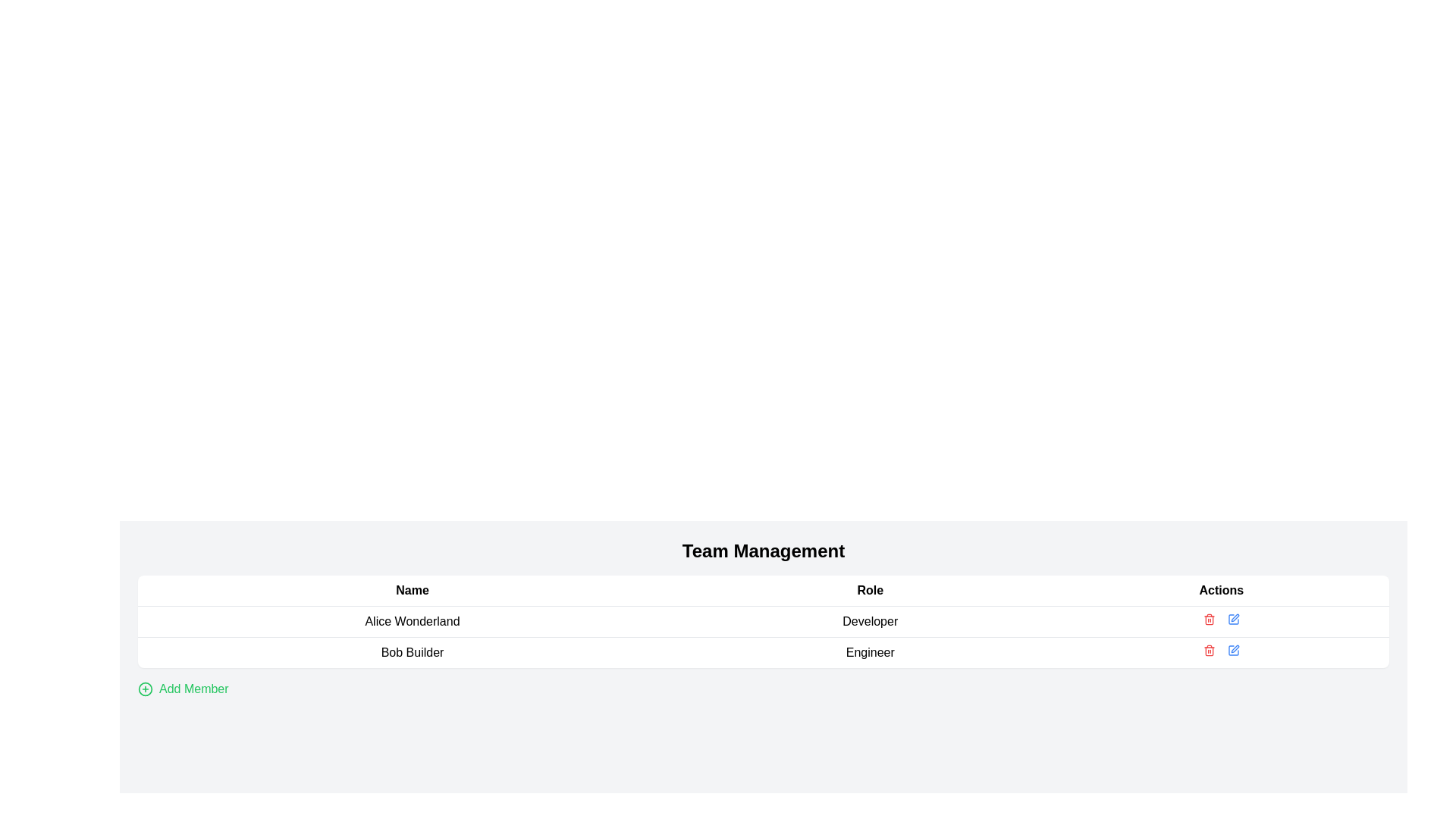  What do you see at coordinates (182, 689) in the screenshot?
I see `the 'Add Member' button located below the 'Team Management' table` at bounding box center [182, 689].